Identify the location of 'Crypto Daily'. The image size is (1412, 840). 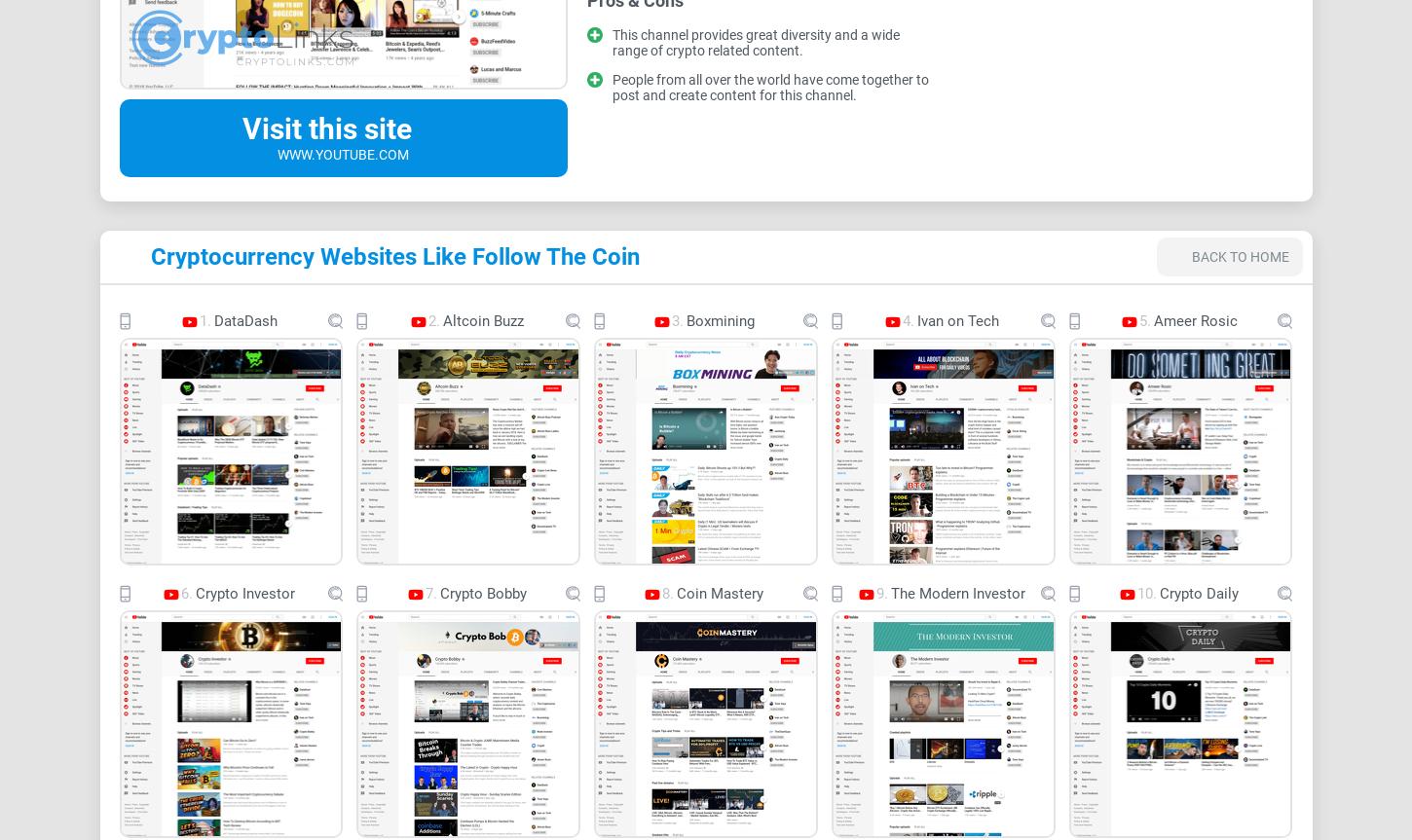
(1199, 592).